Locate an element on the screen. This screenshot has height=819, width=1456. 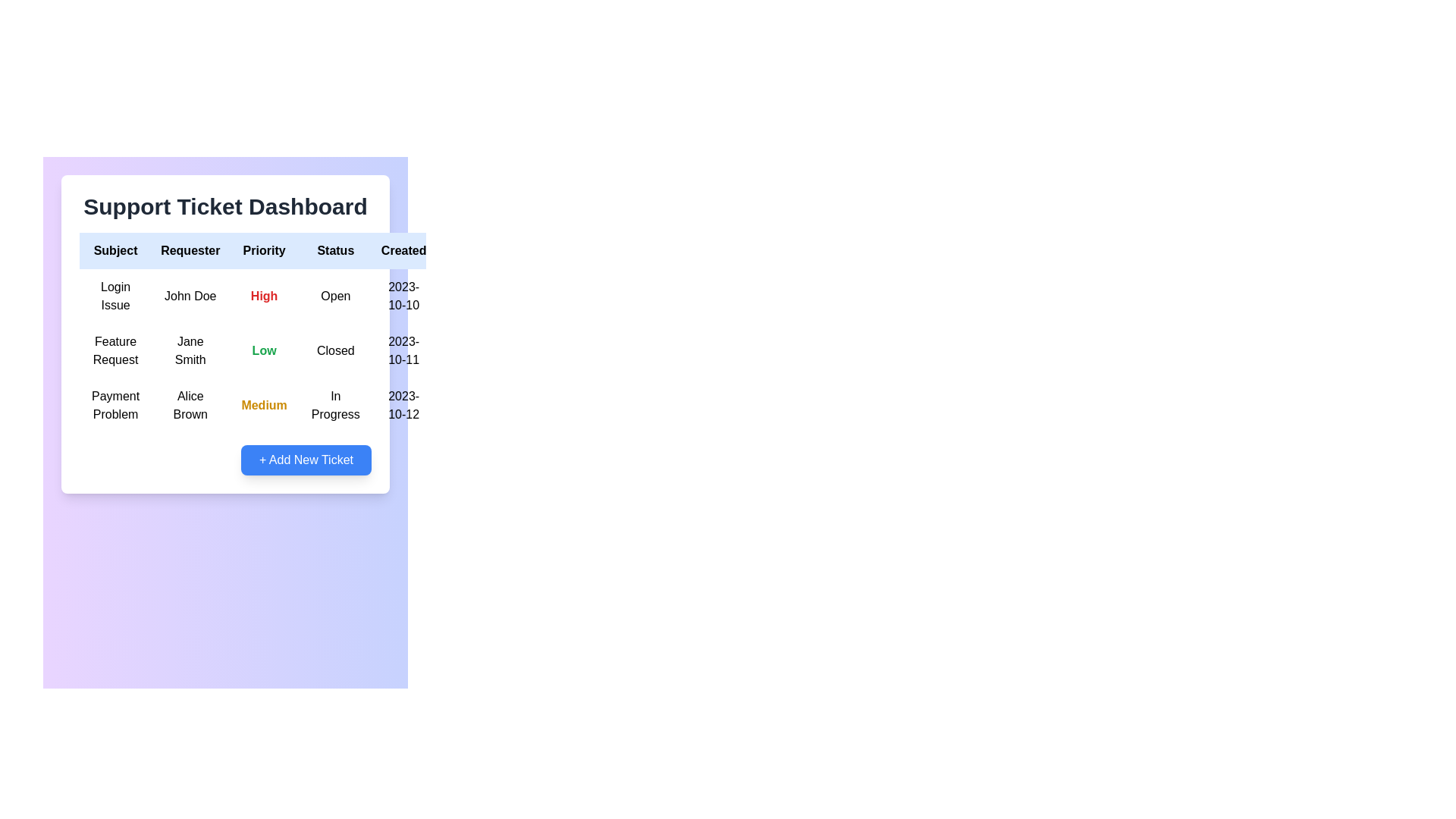
the text display indicating the creation date of the 'Feature Request' entry, located in the fifth column of the second row under the 'Created' column is located at coordinates (403, 350).